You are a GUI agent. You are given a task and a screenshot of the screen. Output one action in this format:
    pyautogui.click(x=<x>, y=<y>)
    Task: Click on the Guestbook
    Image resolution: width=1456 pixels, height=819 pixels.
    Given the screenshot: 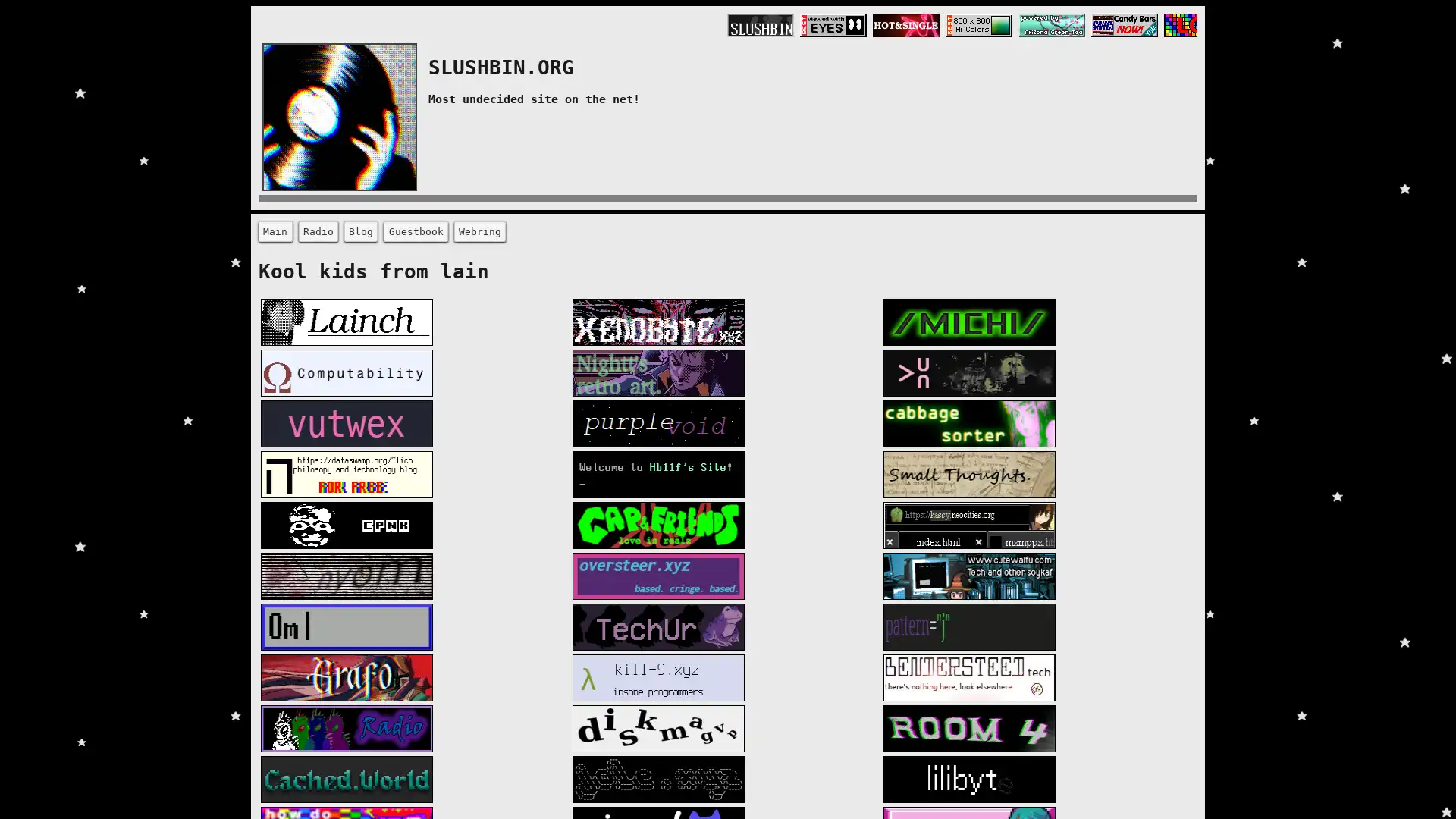 What is the action you would take?
    pyautogui.click(x=415, y=231)
    